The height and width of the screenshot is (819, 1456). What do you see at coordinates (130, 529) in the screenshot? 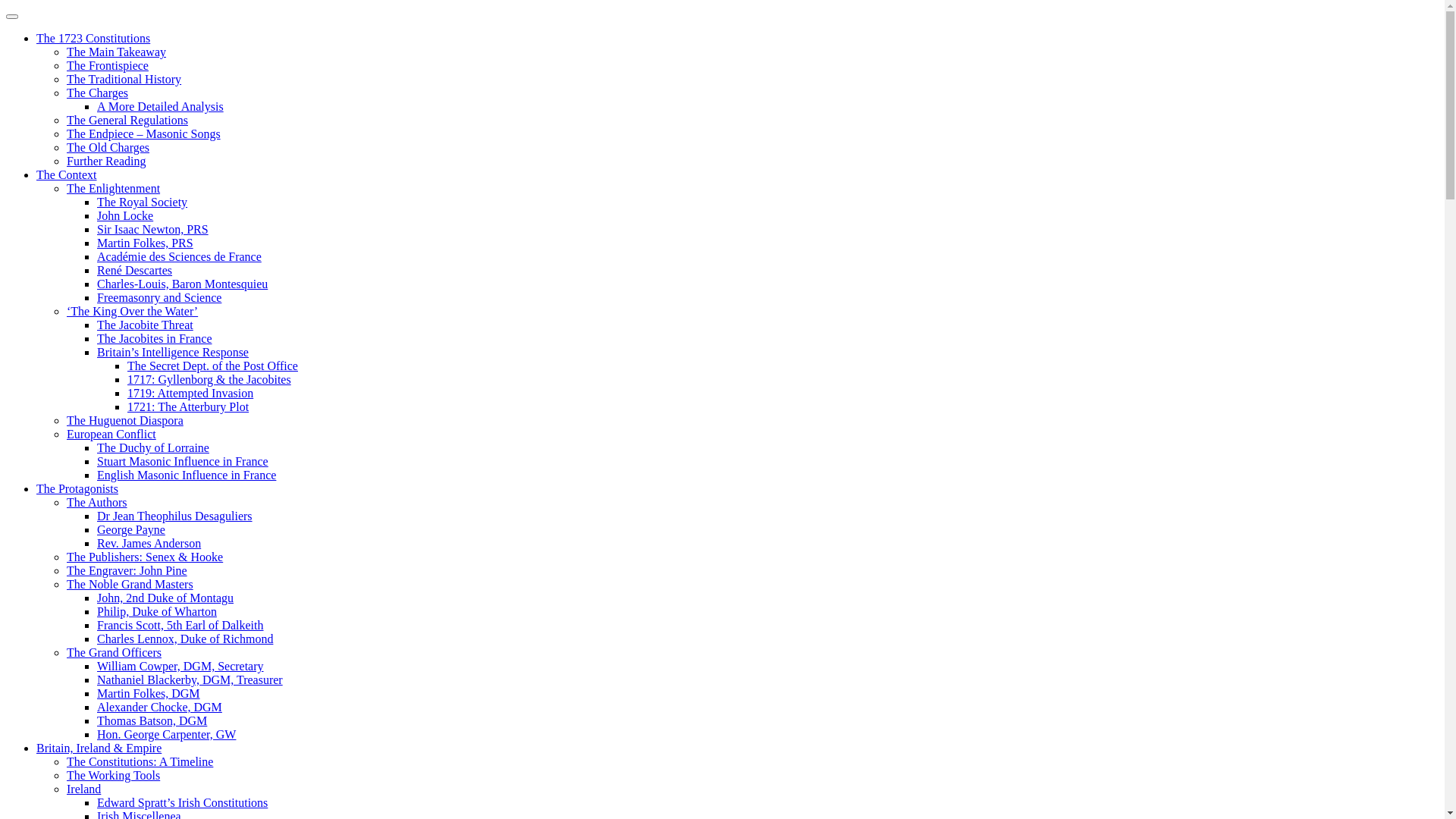
I see `'George Payne'` at bounding box center [130, 529].